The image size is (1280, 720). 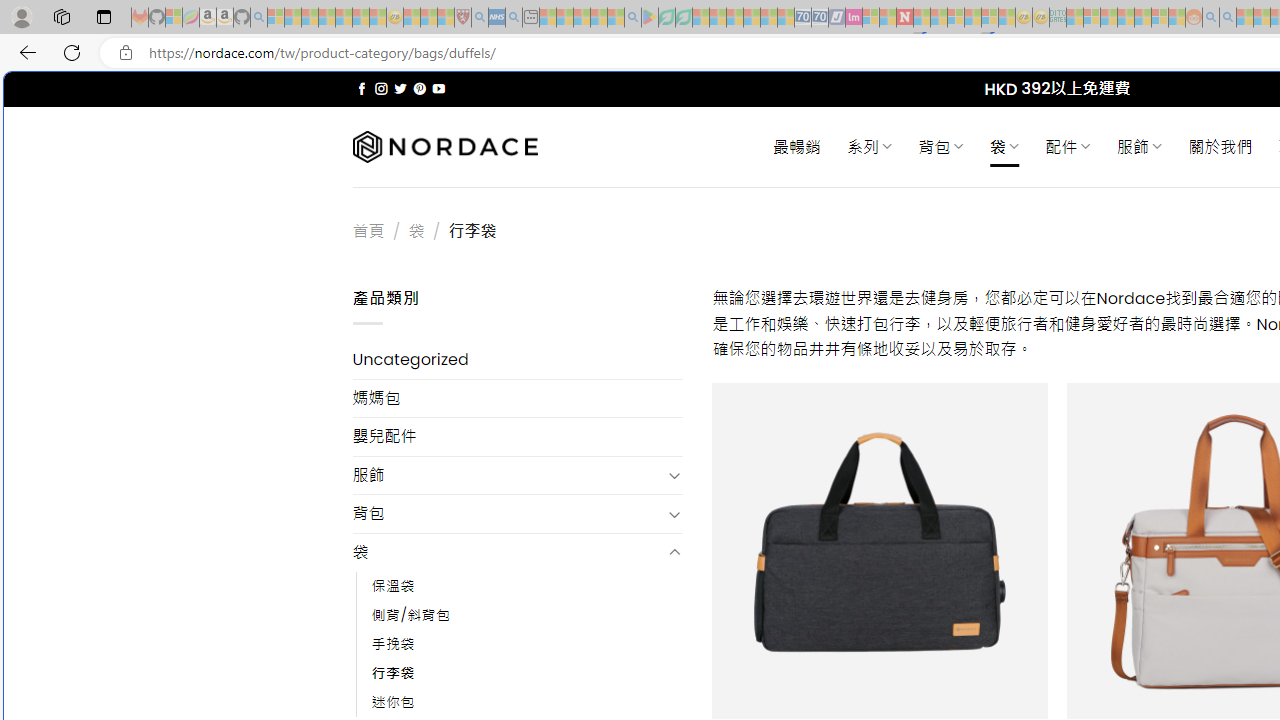 I want to click on 'Terms of Use Agreement - Sleeping', so click(x=666, y=17).